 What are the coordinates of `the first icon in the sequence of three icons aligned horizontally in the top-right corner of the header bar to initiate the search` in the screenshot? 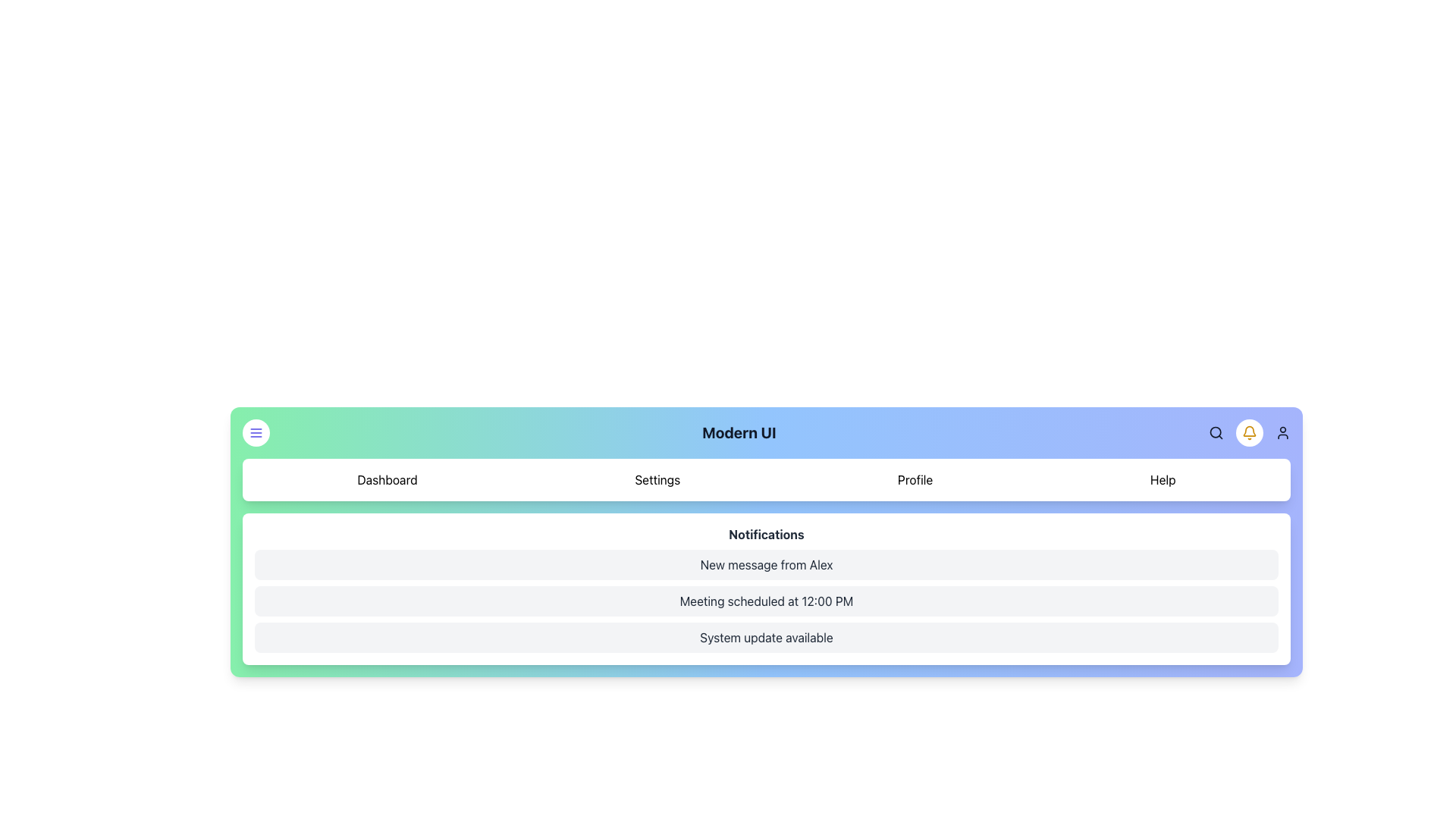 It's located at (1216, 432).